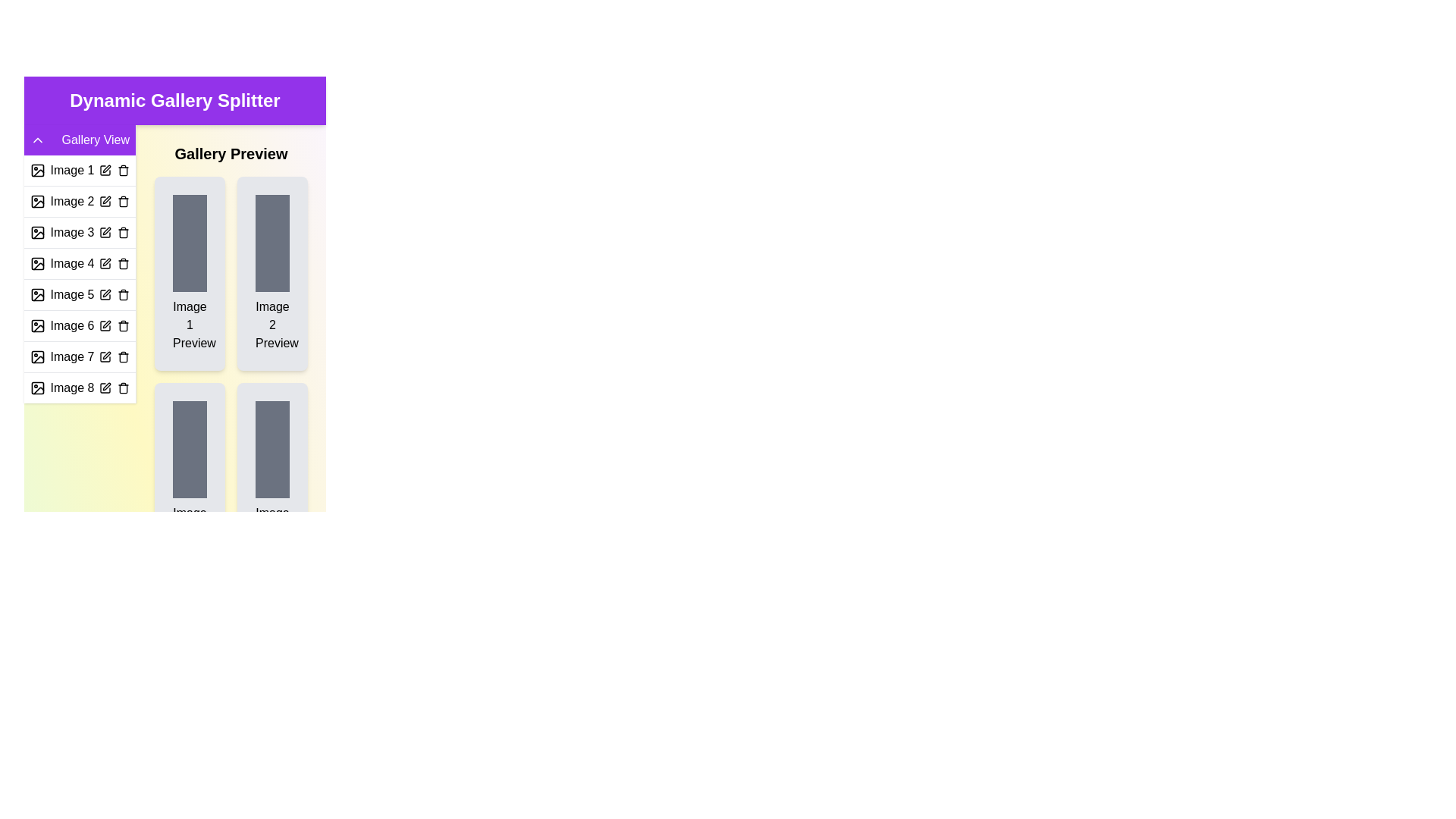 Image resolution: width=1456 pixels, height=819 pixels. What do you see at coordinates (189, 324) in the screenshot?
I see `the Text Label that serves as a descriptor for the associated image preview, located below a gray placeholder image in the first column and first row of the 'Gallery Preview' grid` at bounding box center [189, 324].